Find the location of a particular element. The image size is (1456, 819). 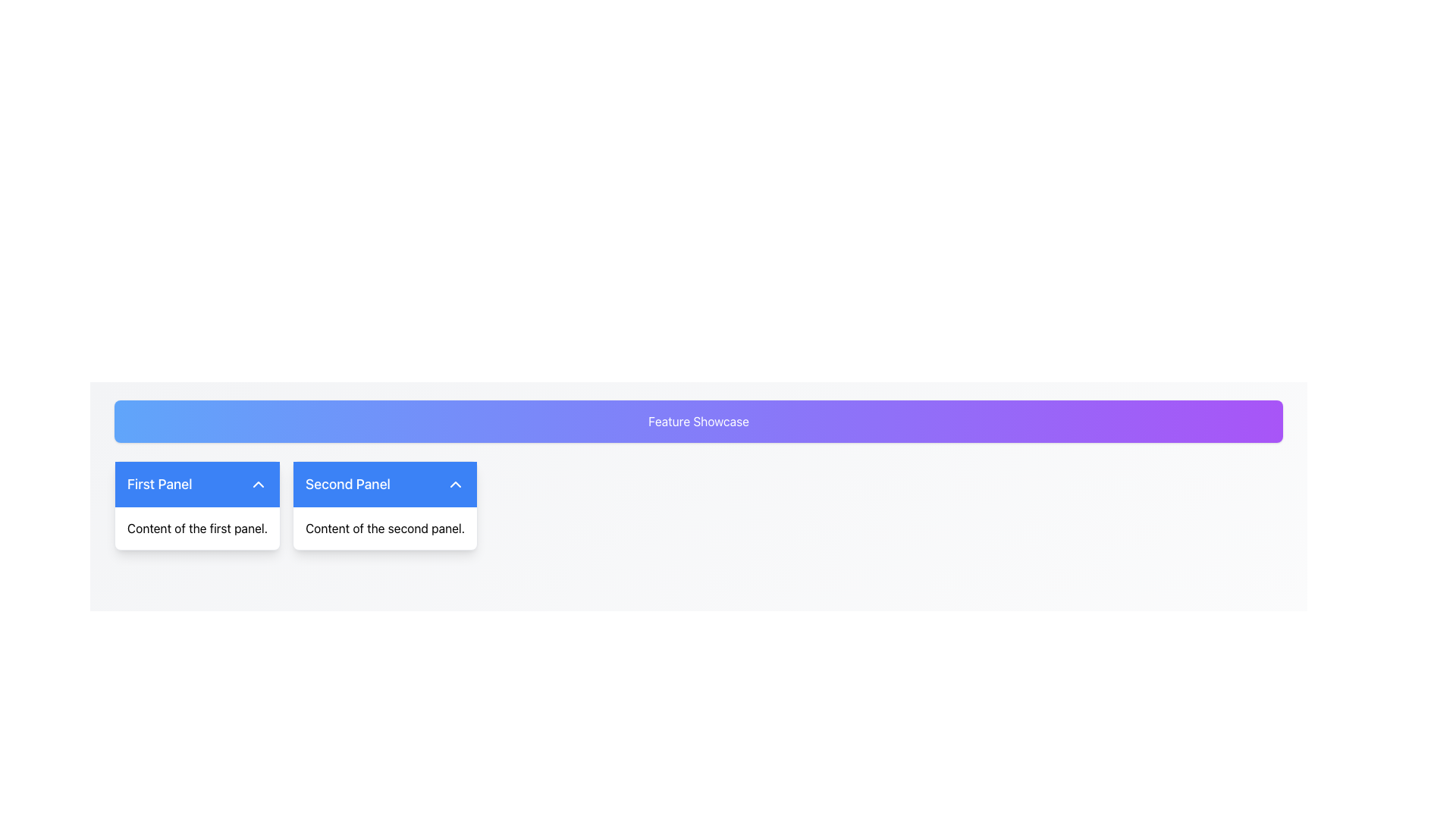

the 'First Panel' collapsible informational panel is located at coordinates (196, 506).